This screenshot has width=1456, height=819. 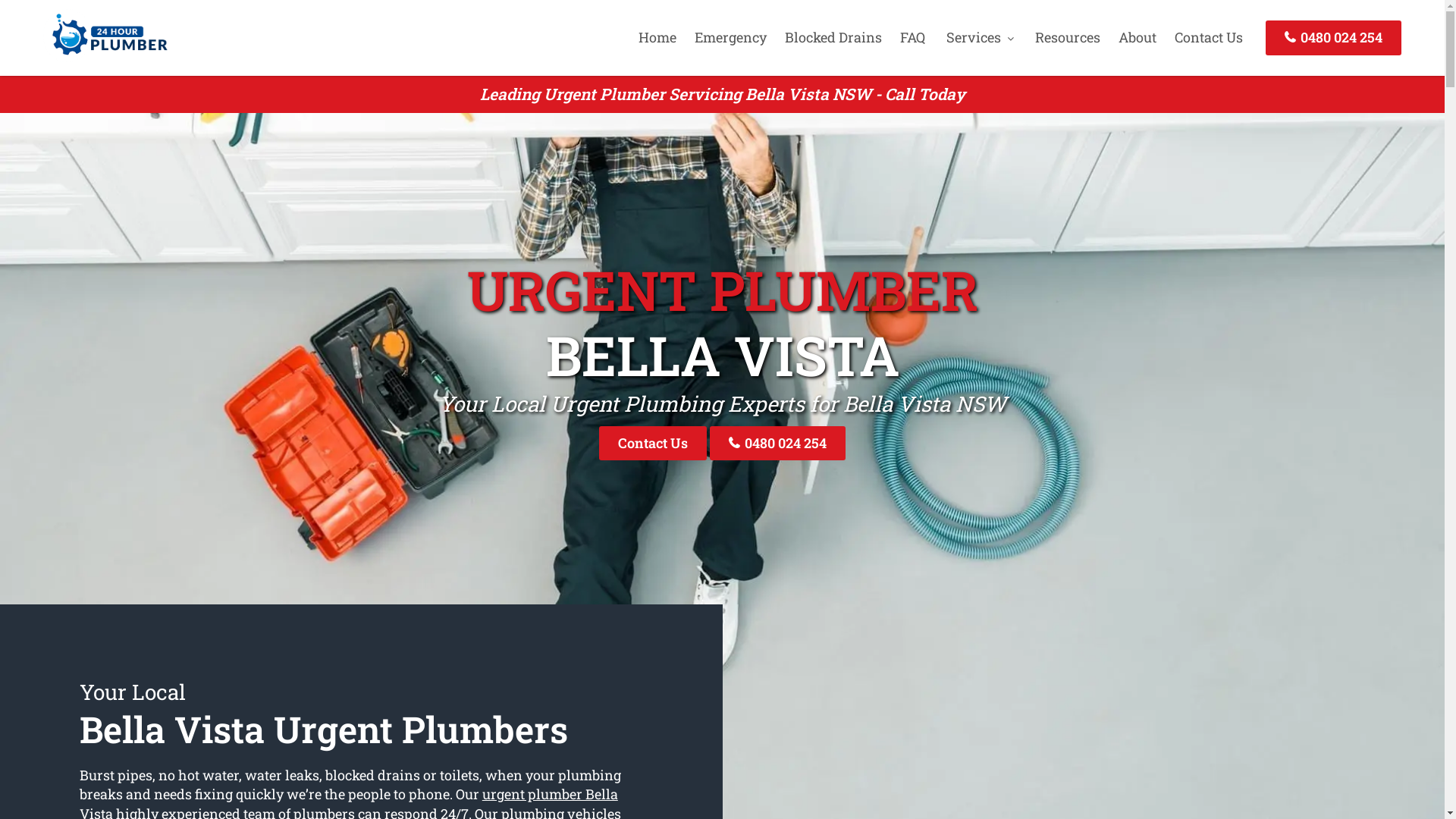 What do you see at coordinates (777, 443) in the screenshot?
I see `'0480 024 254'` at bounding box center [777, 443].